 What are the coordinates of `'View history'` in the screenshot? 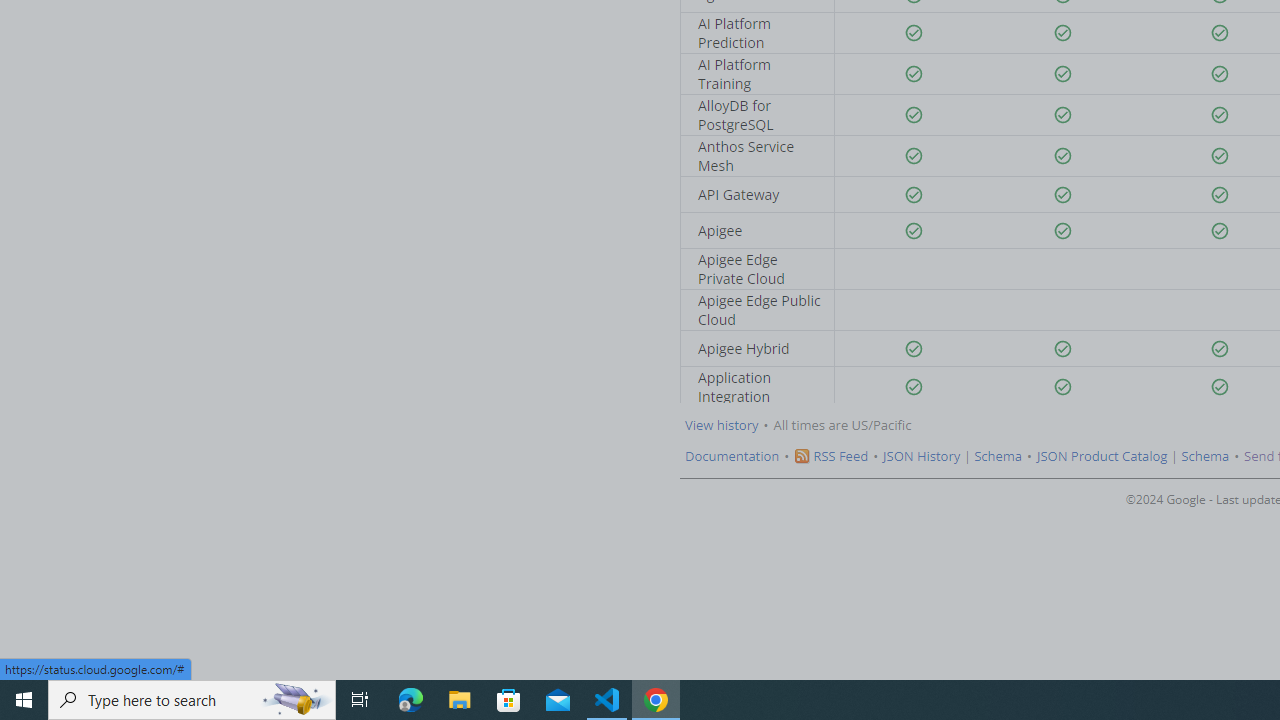 It's located at (720, 424).